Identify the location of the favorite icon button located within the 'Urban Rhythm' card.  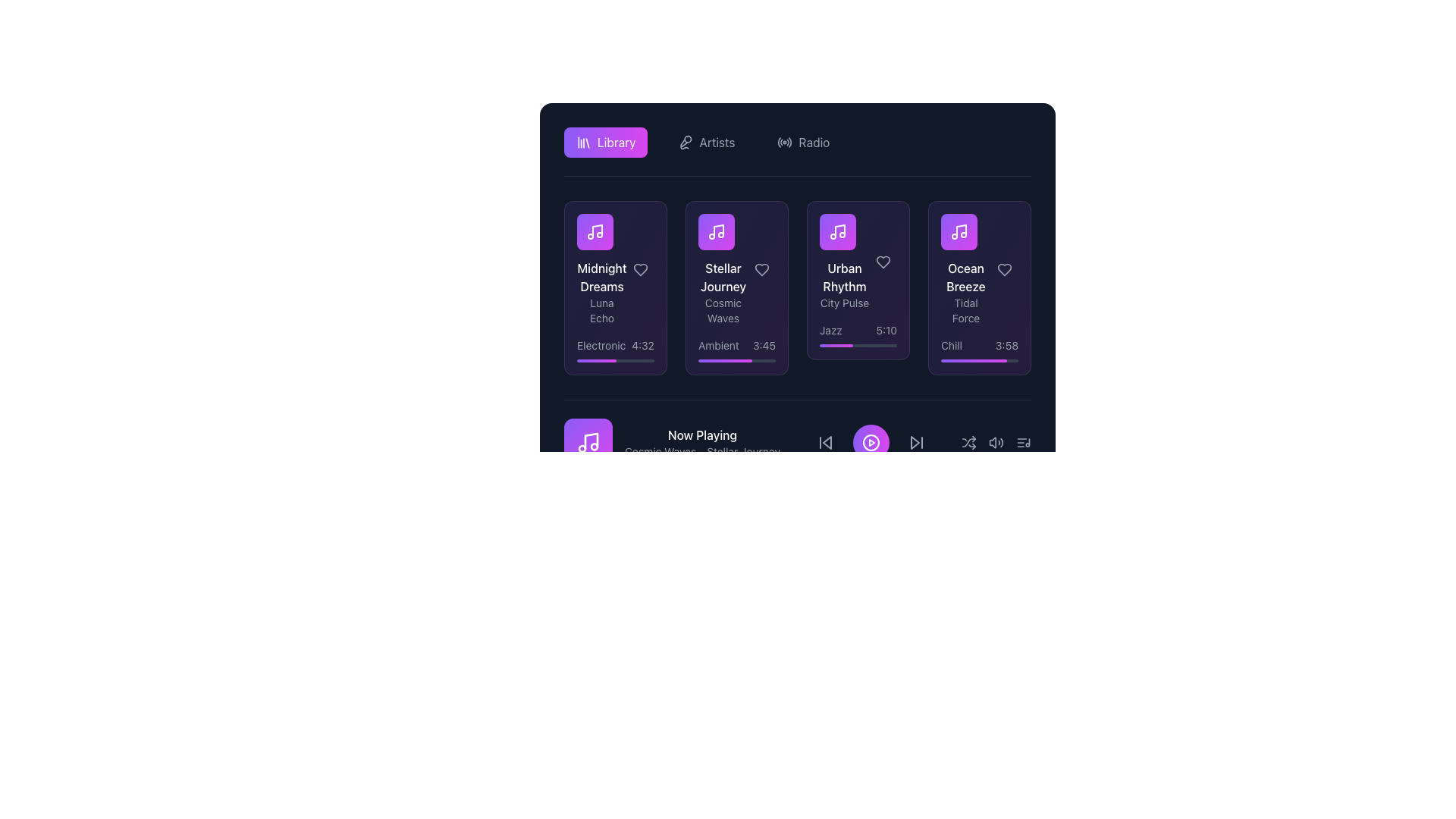
(883, 262).